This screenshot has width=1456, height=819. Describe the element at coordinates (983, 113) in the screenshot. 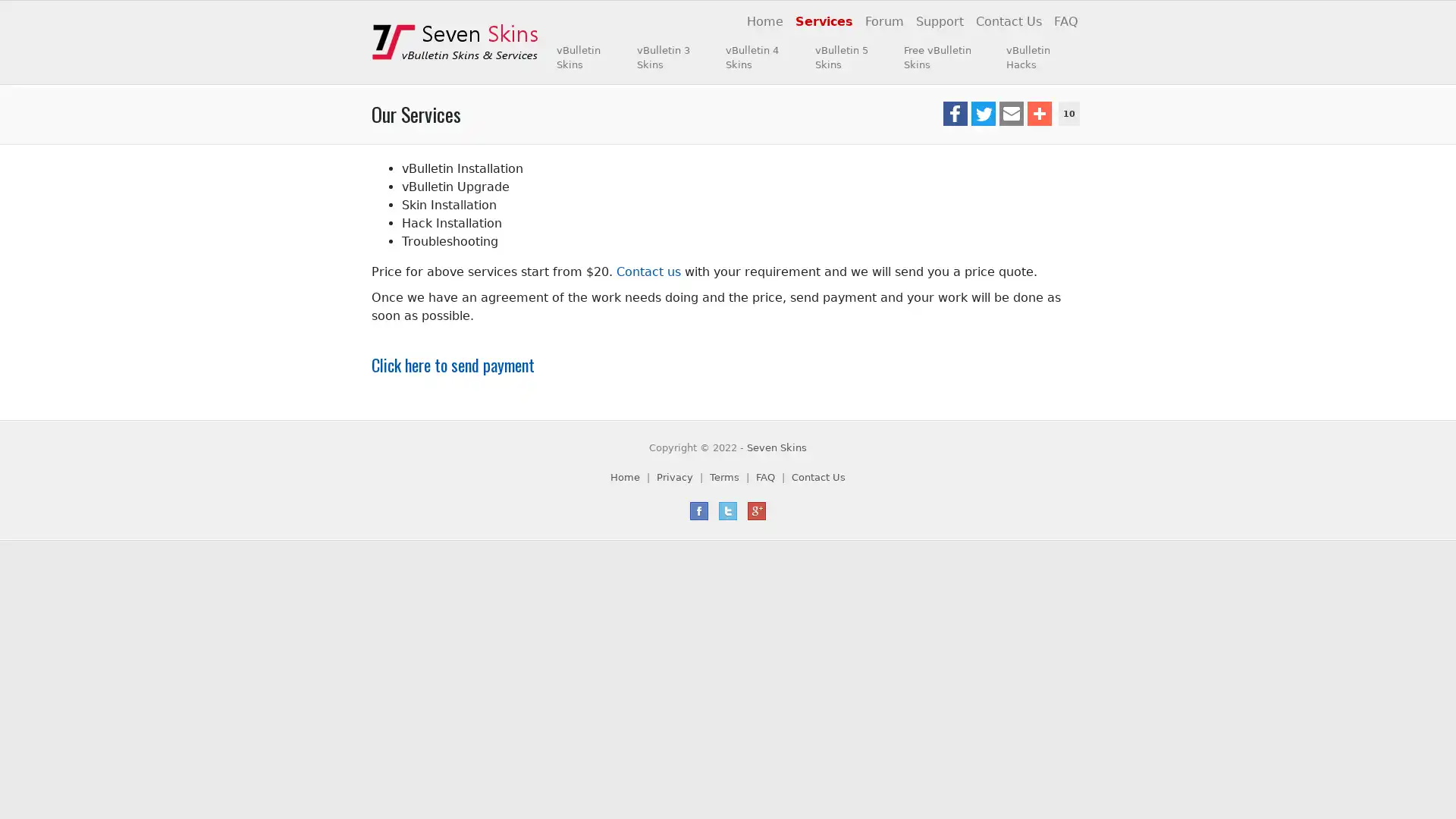

I see `Share to Twitter` at that location.